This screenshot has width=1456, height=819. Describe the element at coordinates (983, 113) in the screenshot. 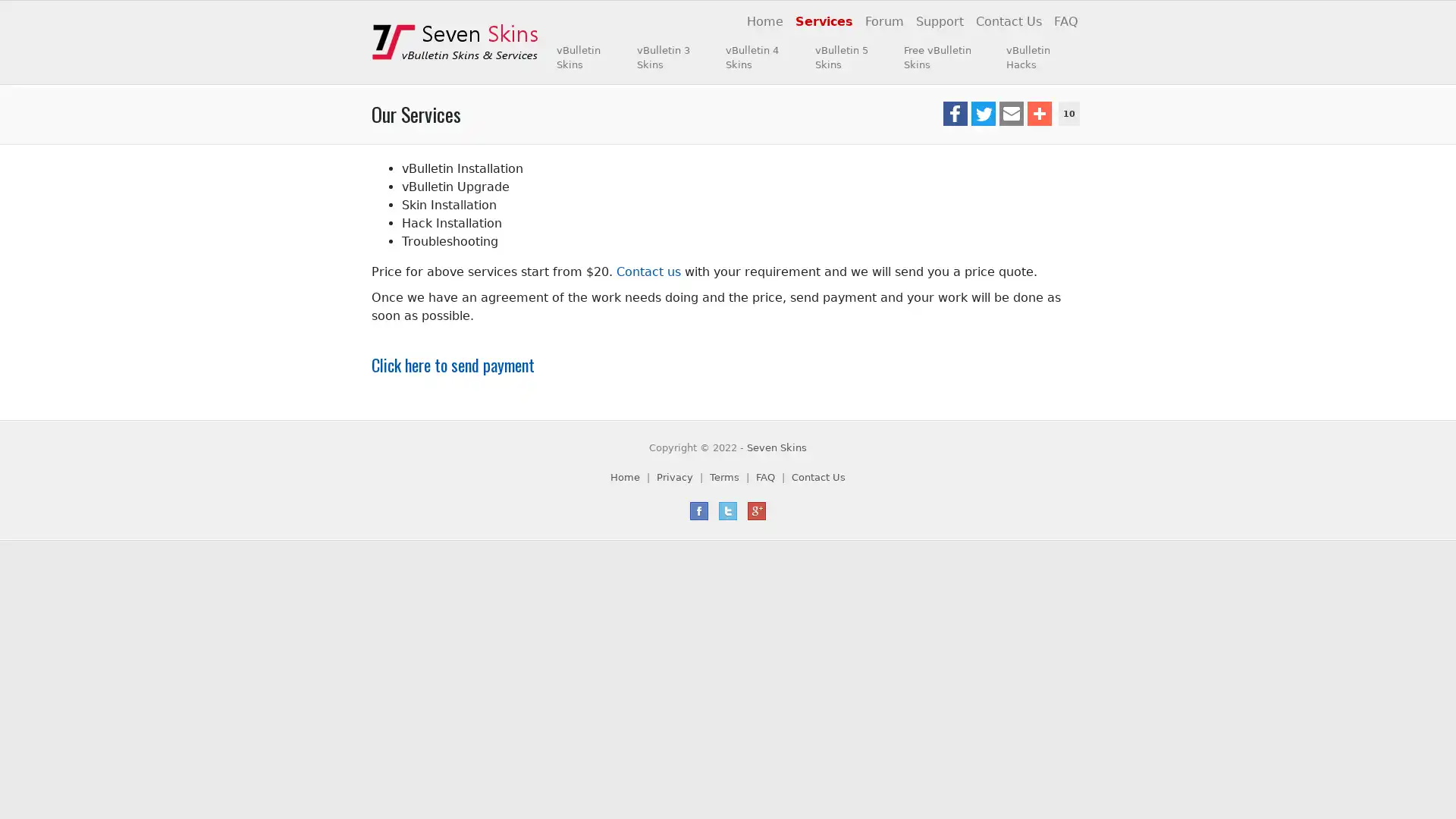

I see `Share to Twitter` at that location.